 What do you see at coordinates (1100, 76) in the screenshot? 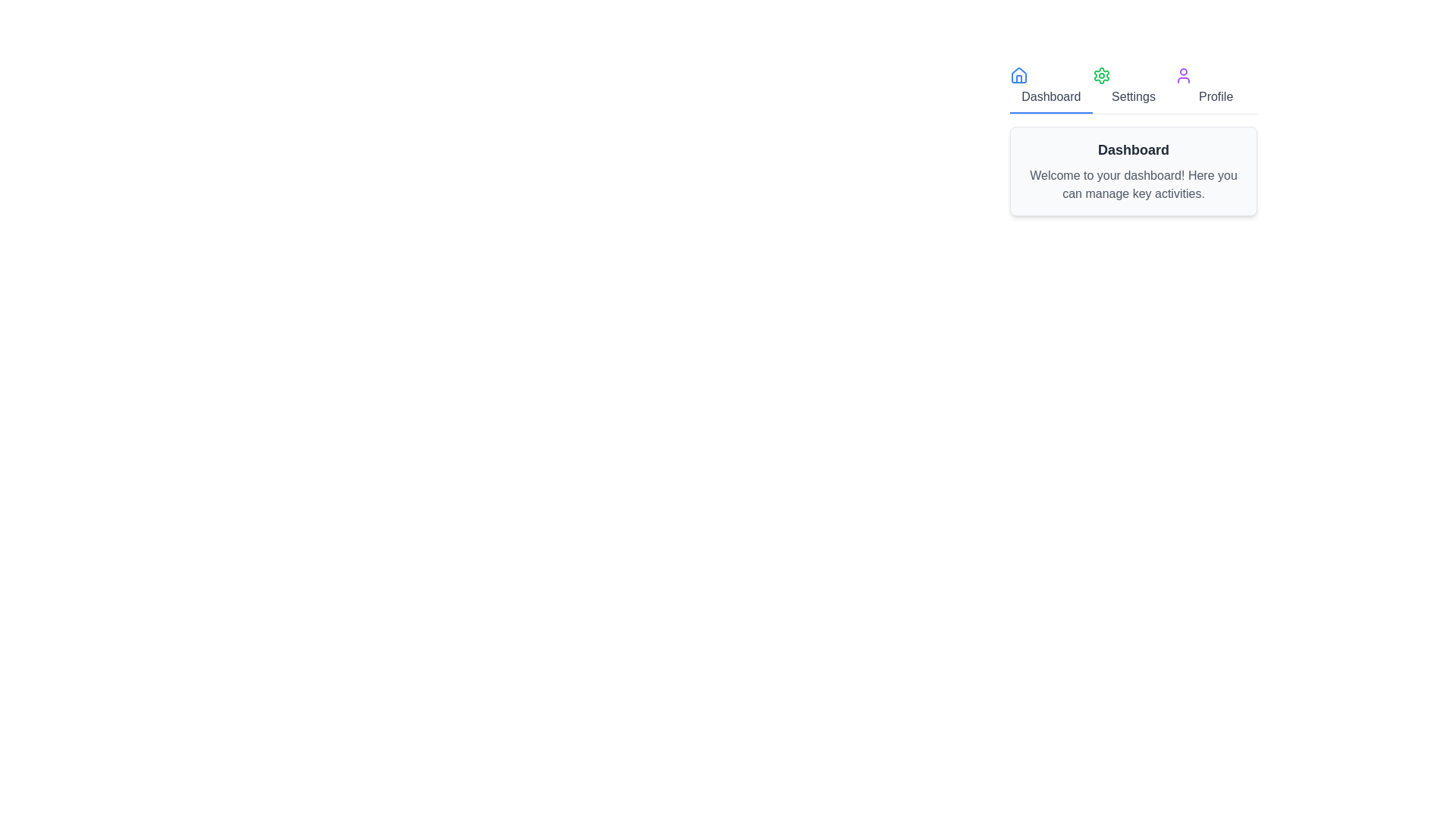
I see `the icon of the Settings tab to see visual feedback` at bounding box center [1100, 76].